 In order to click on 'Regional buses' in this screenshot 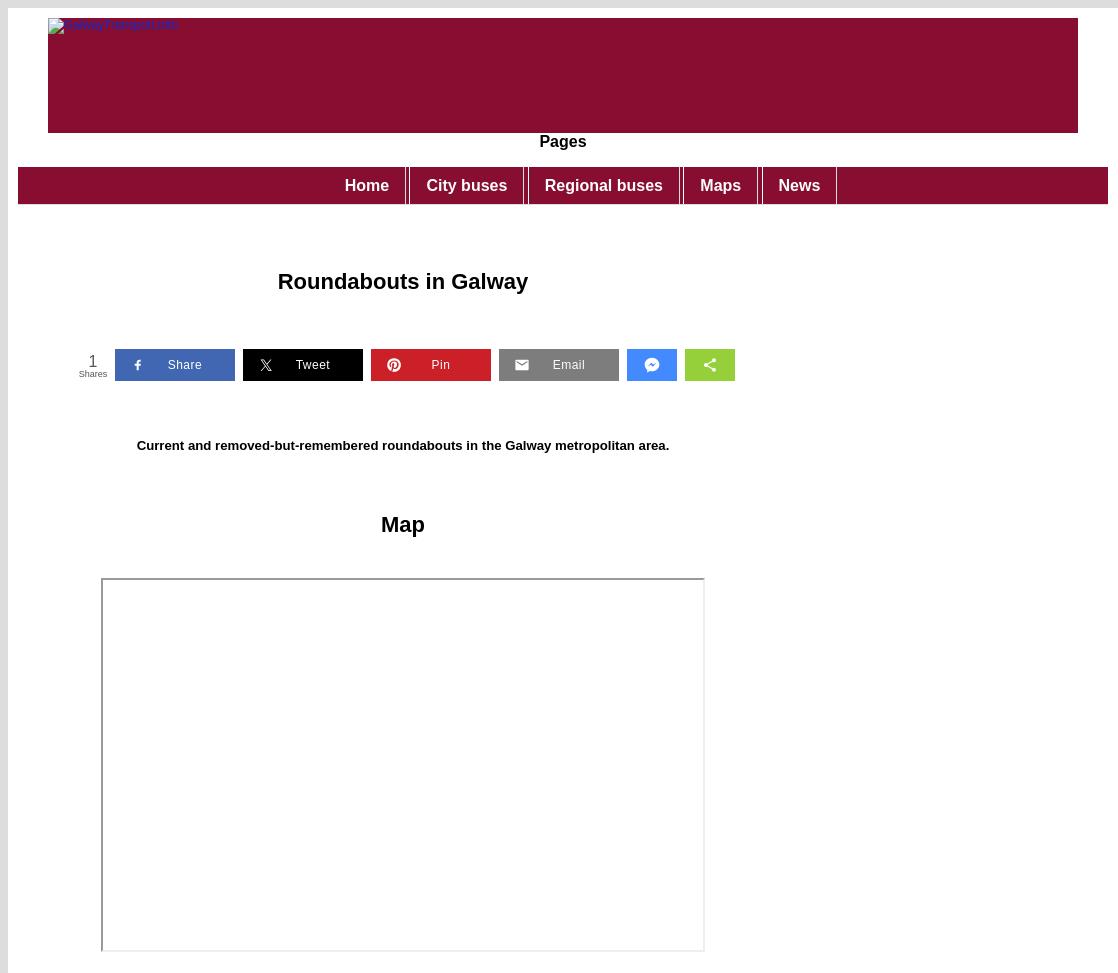, I will do `click(603, 184)`.